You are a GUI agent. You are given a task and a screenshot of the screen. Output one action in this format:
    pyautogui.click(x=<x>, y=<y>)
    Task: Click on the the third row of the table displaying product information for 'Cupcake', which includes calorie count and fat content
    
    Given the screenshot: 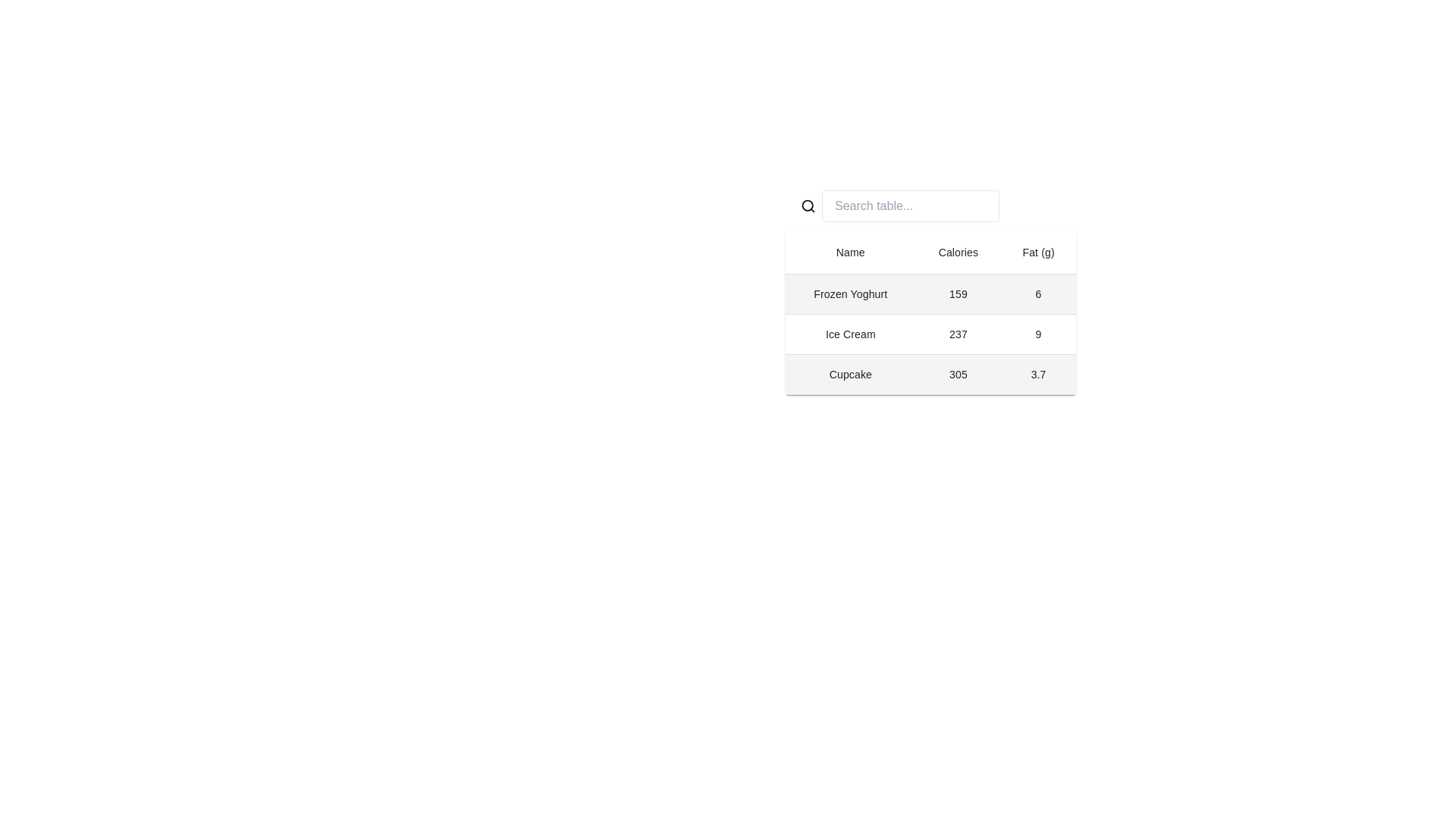 What is the action you would take?
    pyautogui.click(x=930, y=374)
    